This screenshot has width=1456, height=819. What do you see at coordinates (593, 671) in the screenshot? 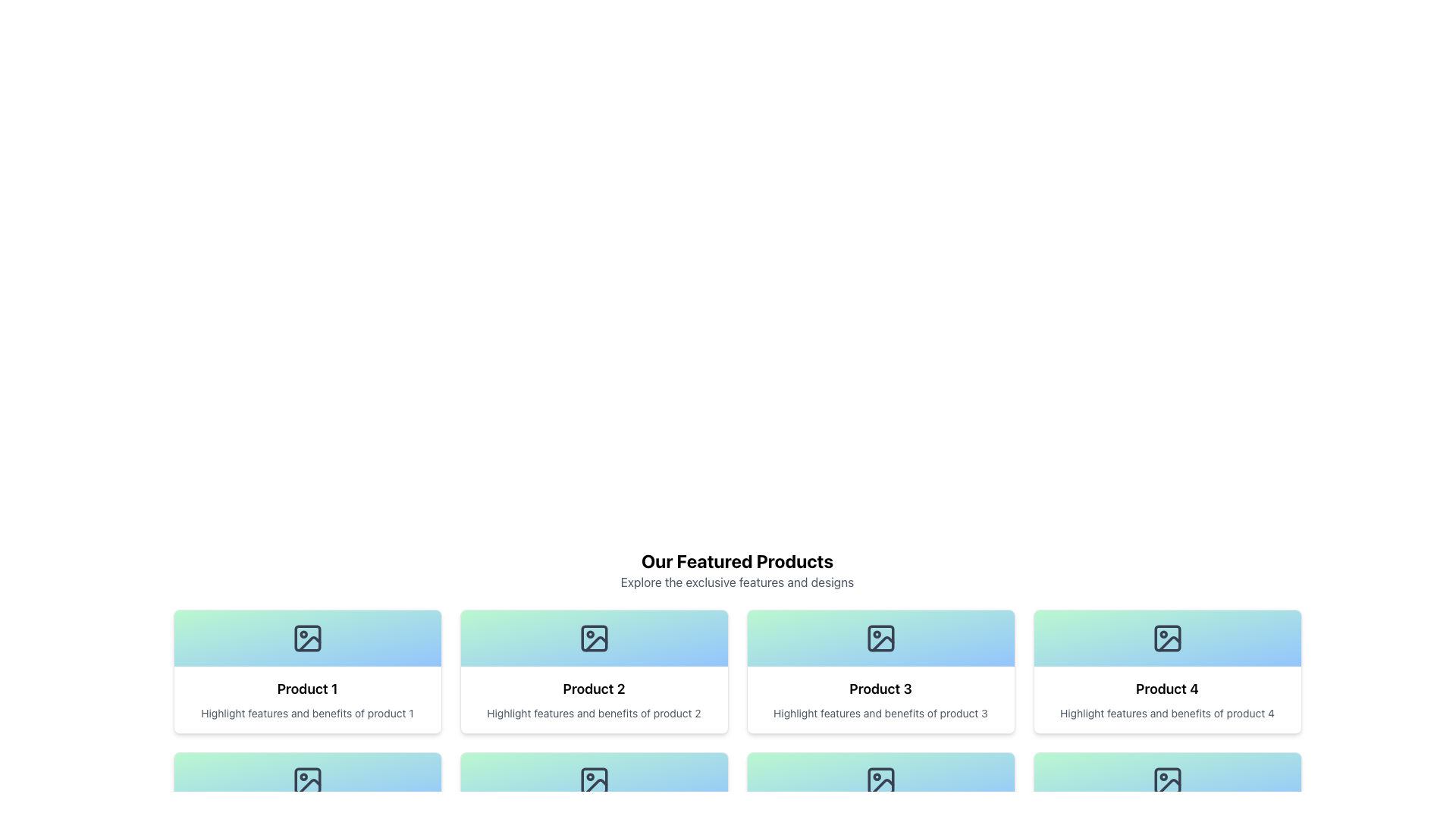
I see `the Product card with a white background, rounded corners, and a gradient area at the top, which contains the text 'Product 2' and is located in the second position of a 4x2 grid layout` at bounding box center [593, 671].